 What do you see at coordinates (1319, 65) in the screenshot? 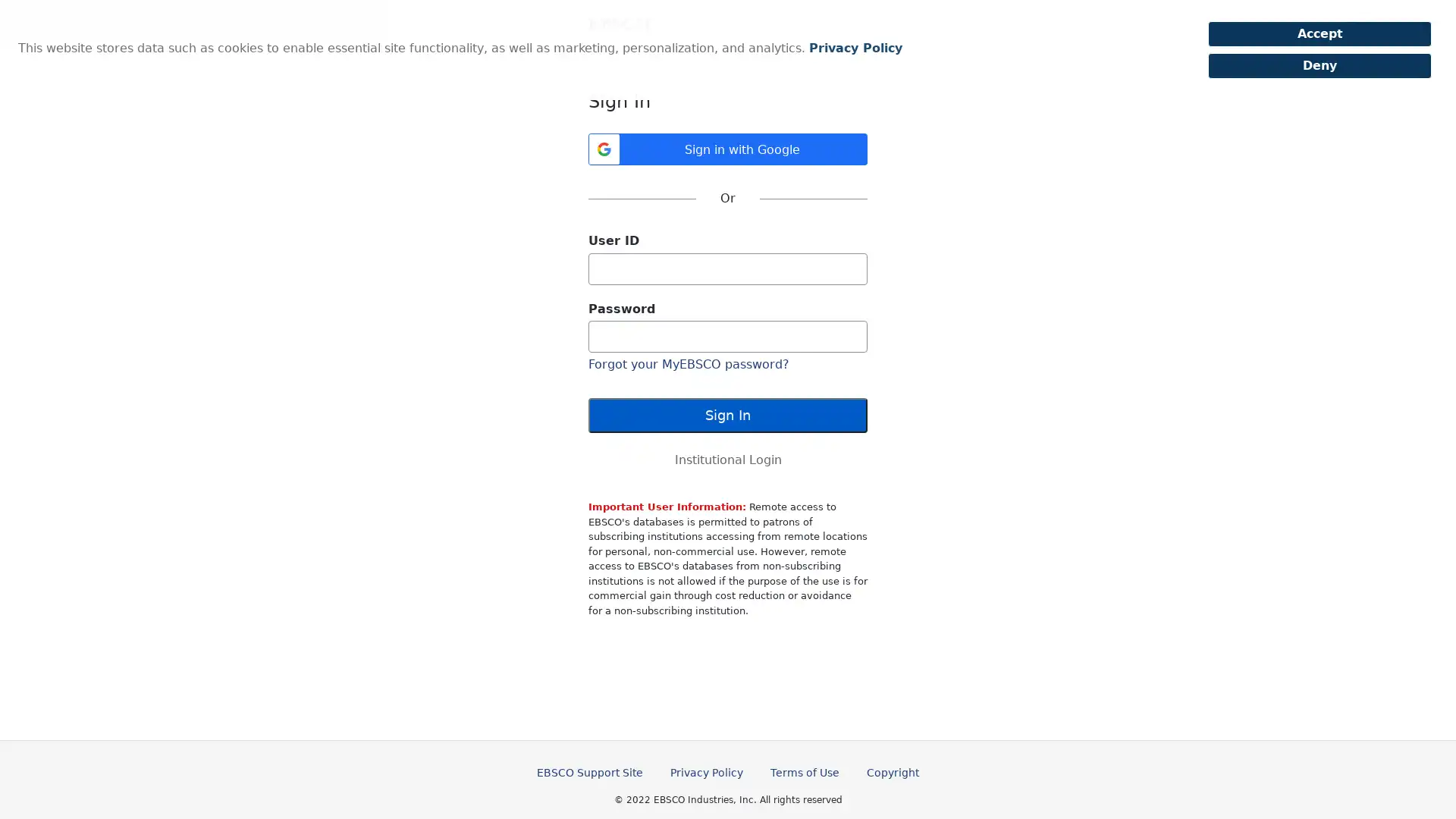
I see `Deny` at bounding box center [1319, 65].